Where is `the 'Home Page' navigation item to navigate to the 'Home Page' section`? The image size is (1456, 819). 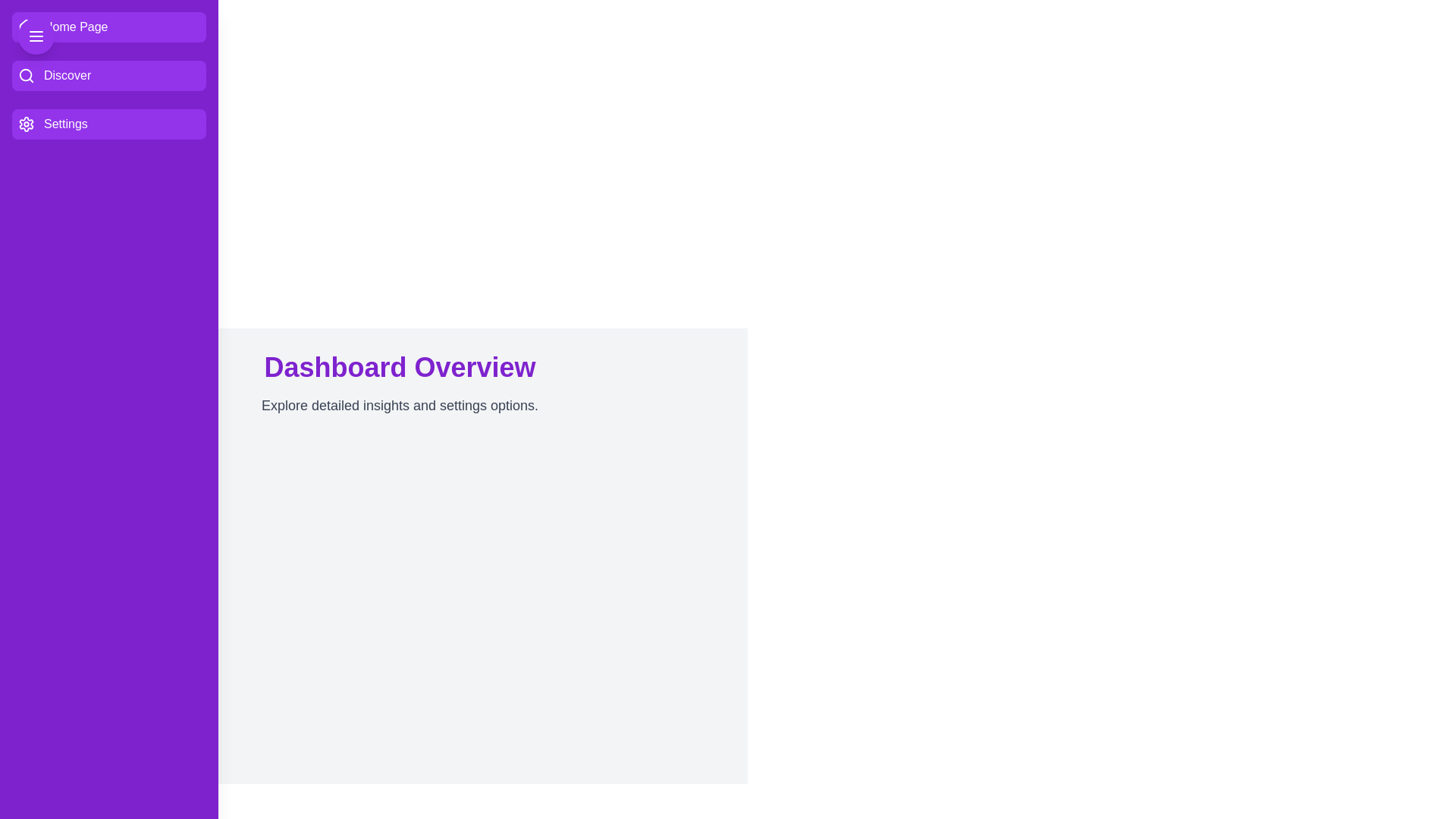 the 'Home Page' navigation item to navigate to the 'Home Page' section is located at coordinates (108, 27).